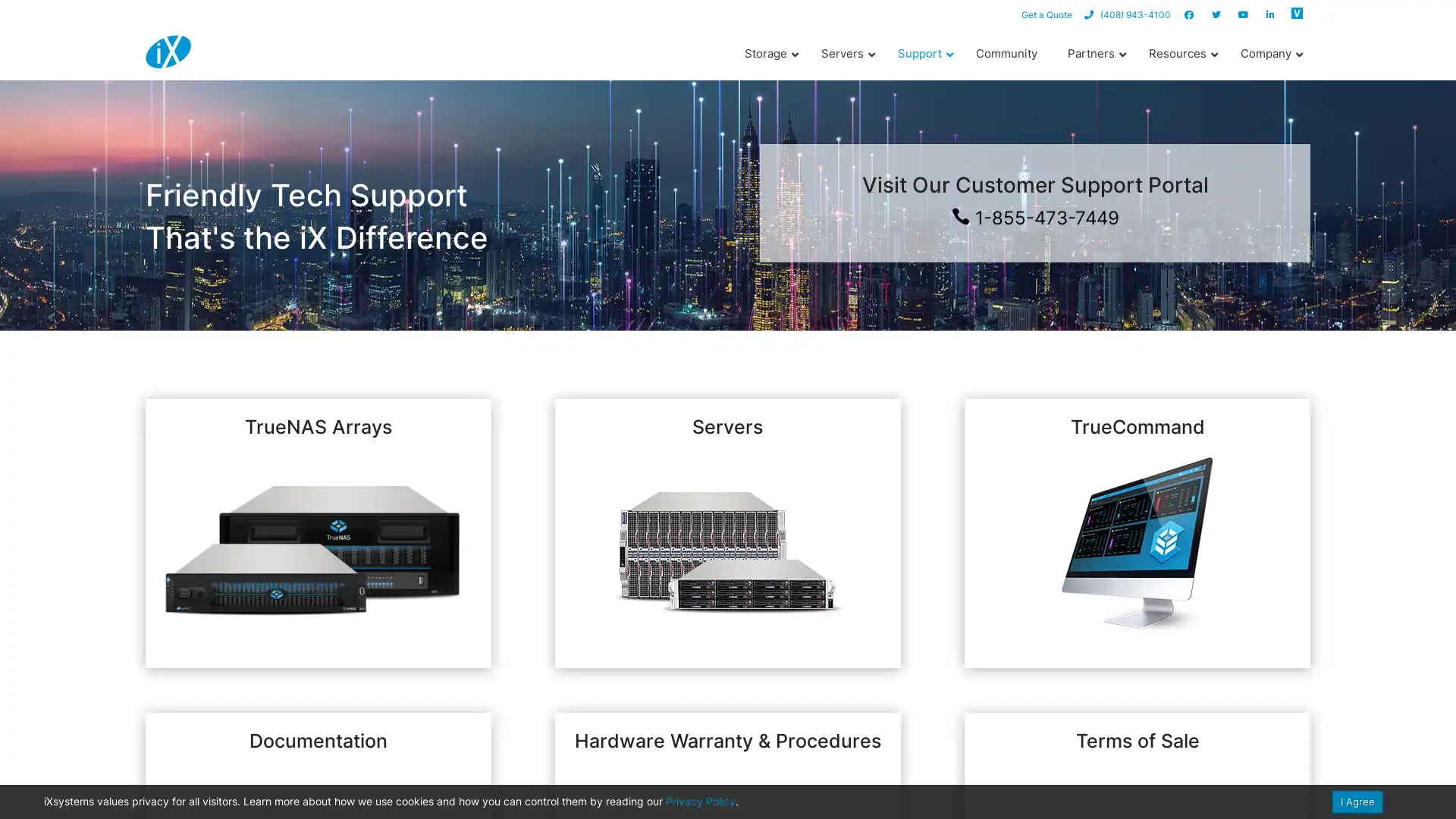 This screenshot has height=819, width=1456. Describe the element at coordinates (1357, 801) in the screenshot. I see `I Agree` at that location.